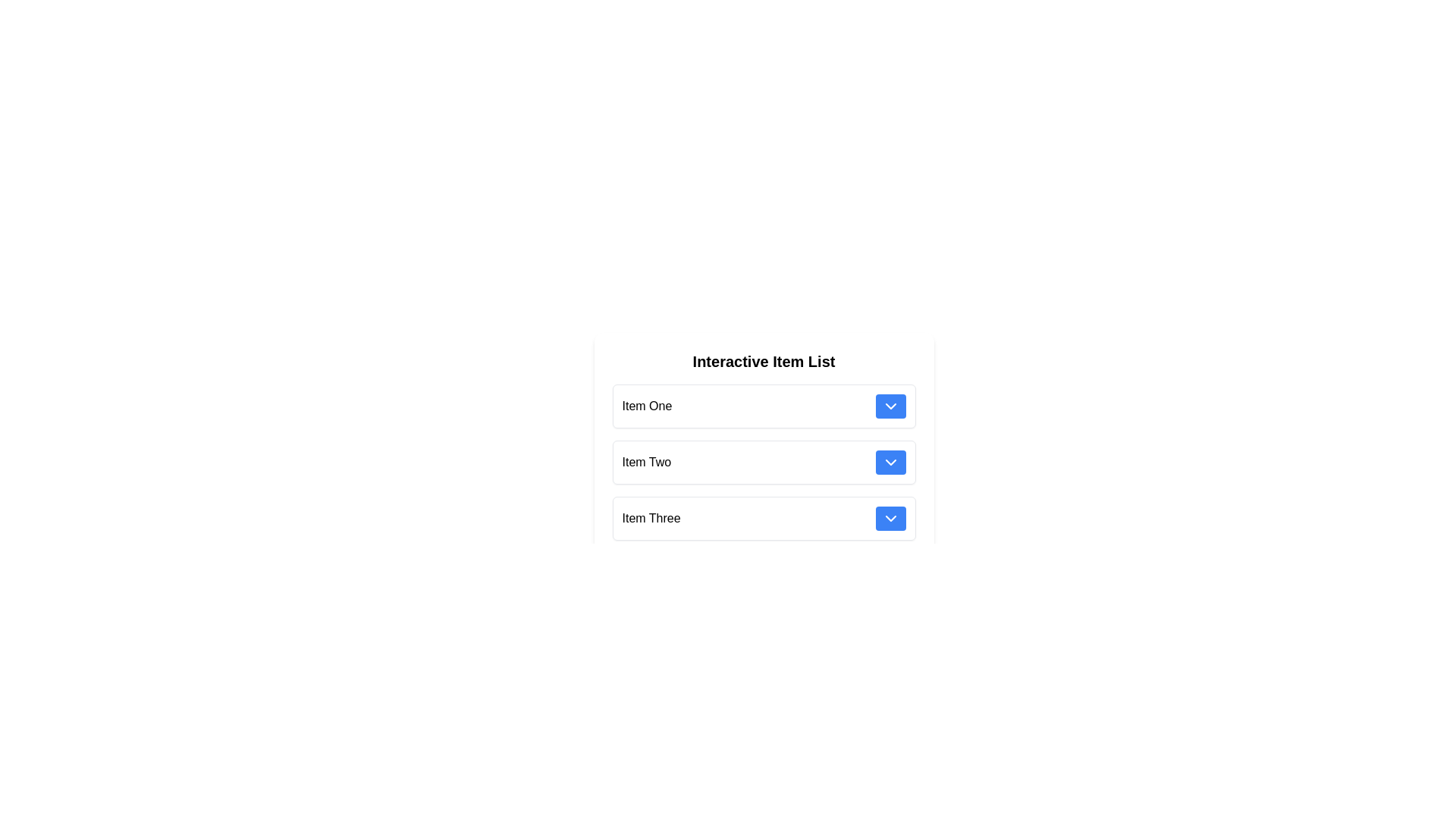 The image size is (1456, 819). What do you see at coordinates (890, 517) in the screenshot?
I see `the single chevron-down icon in the button for 'Item Three'` at bounding box center [890, 517].